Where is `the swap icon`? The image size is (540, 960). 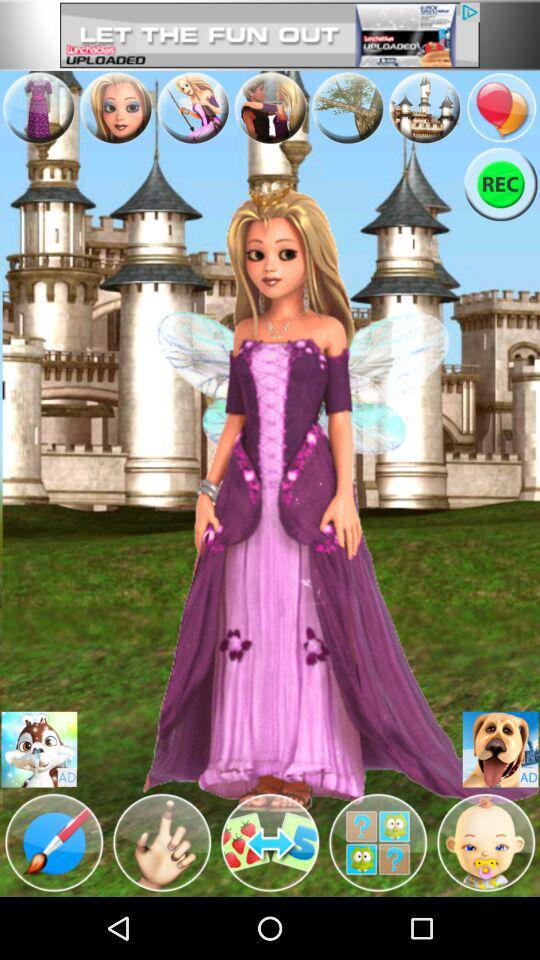
the swap icon is located at coordinates (270, 902).